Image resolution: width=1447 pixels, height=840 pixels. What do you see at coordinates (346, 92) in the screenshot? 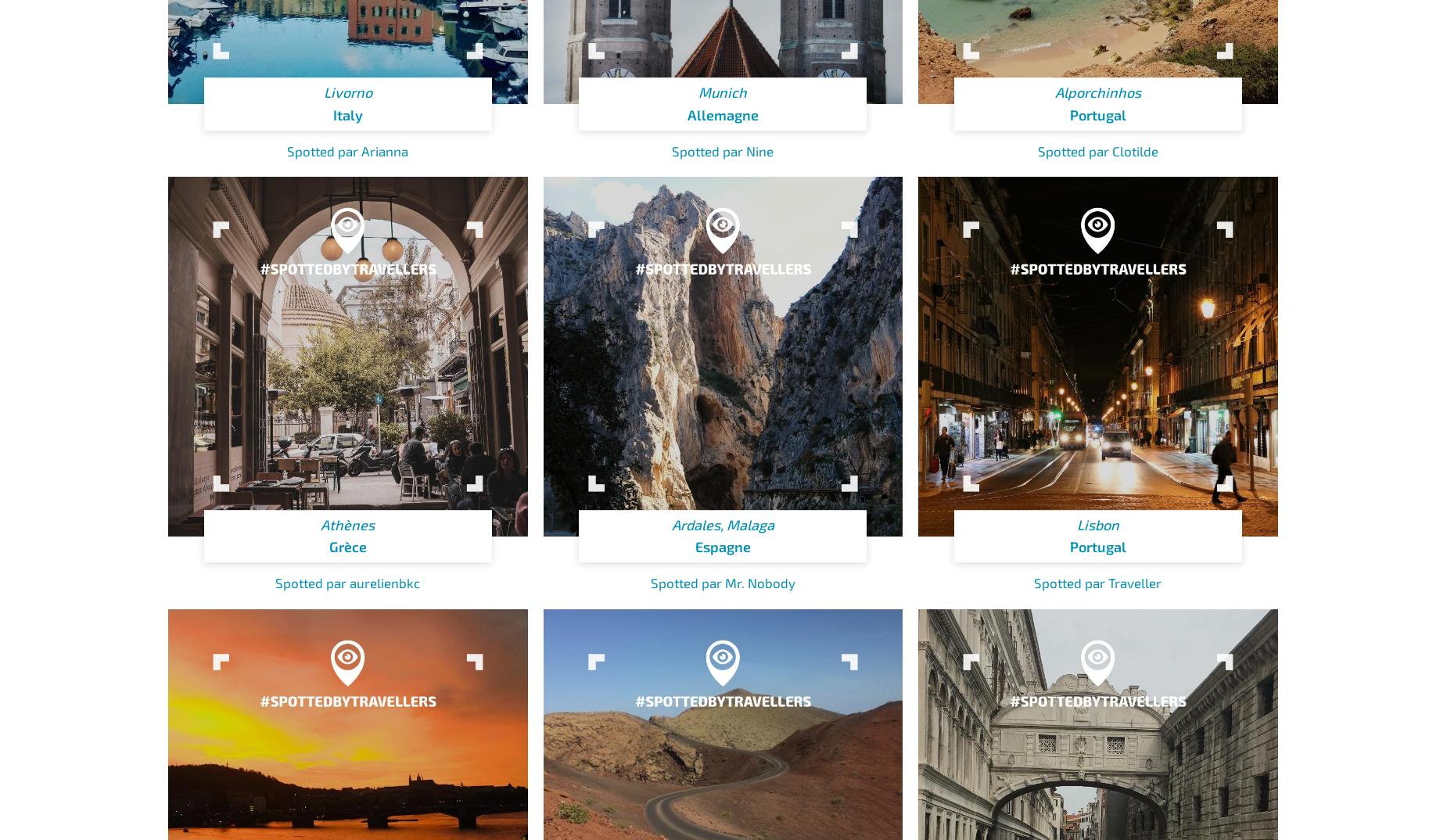
I see `'Livorno'` at bounding box center [346, 92].